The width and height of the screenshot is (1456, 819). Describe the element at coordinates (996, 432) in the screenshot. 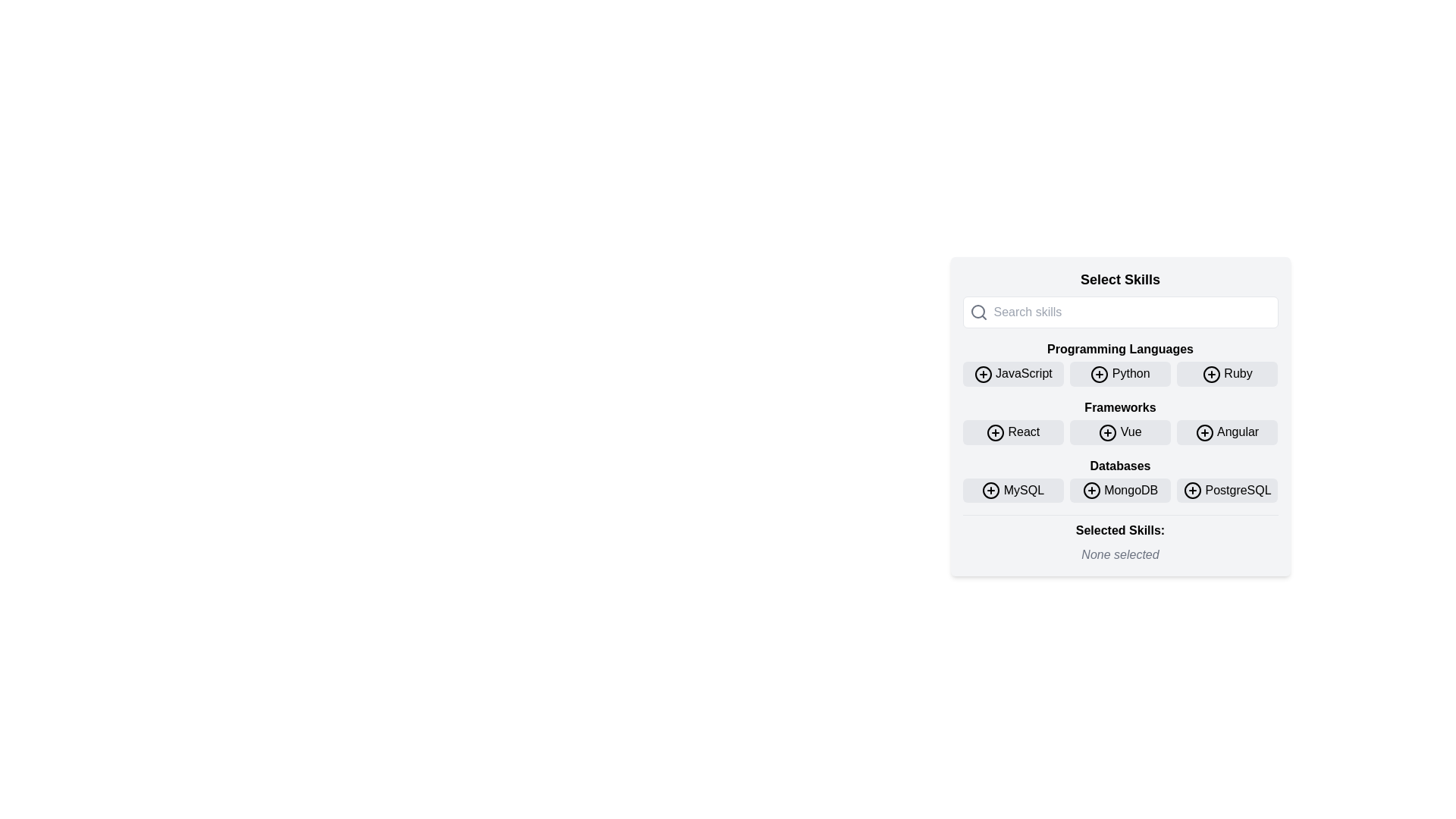

I see `the 'React' framework icon` at that location.